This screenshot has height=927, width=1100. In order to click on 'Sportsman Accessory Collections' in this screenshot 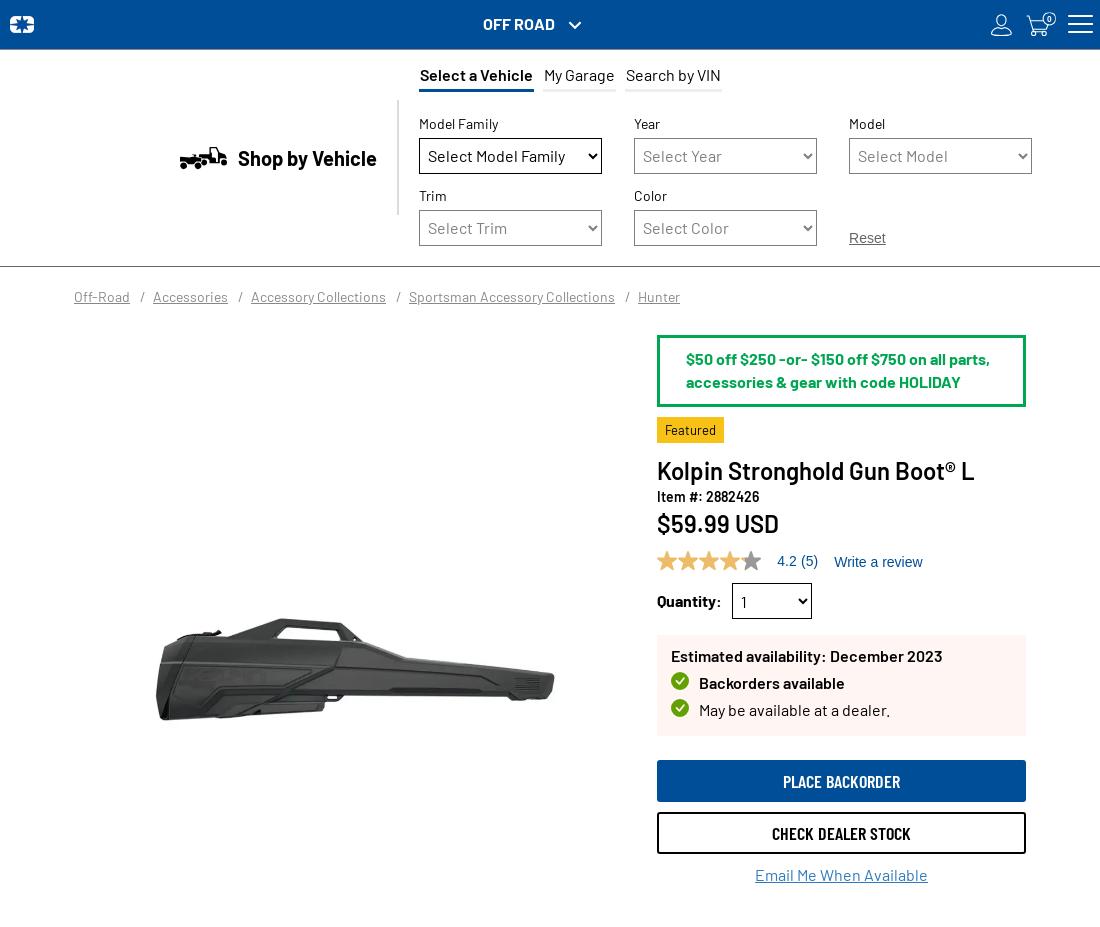, I will do `click(512, 295)`.